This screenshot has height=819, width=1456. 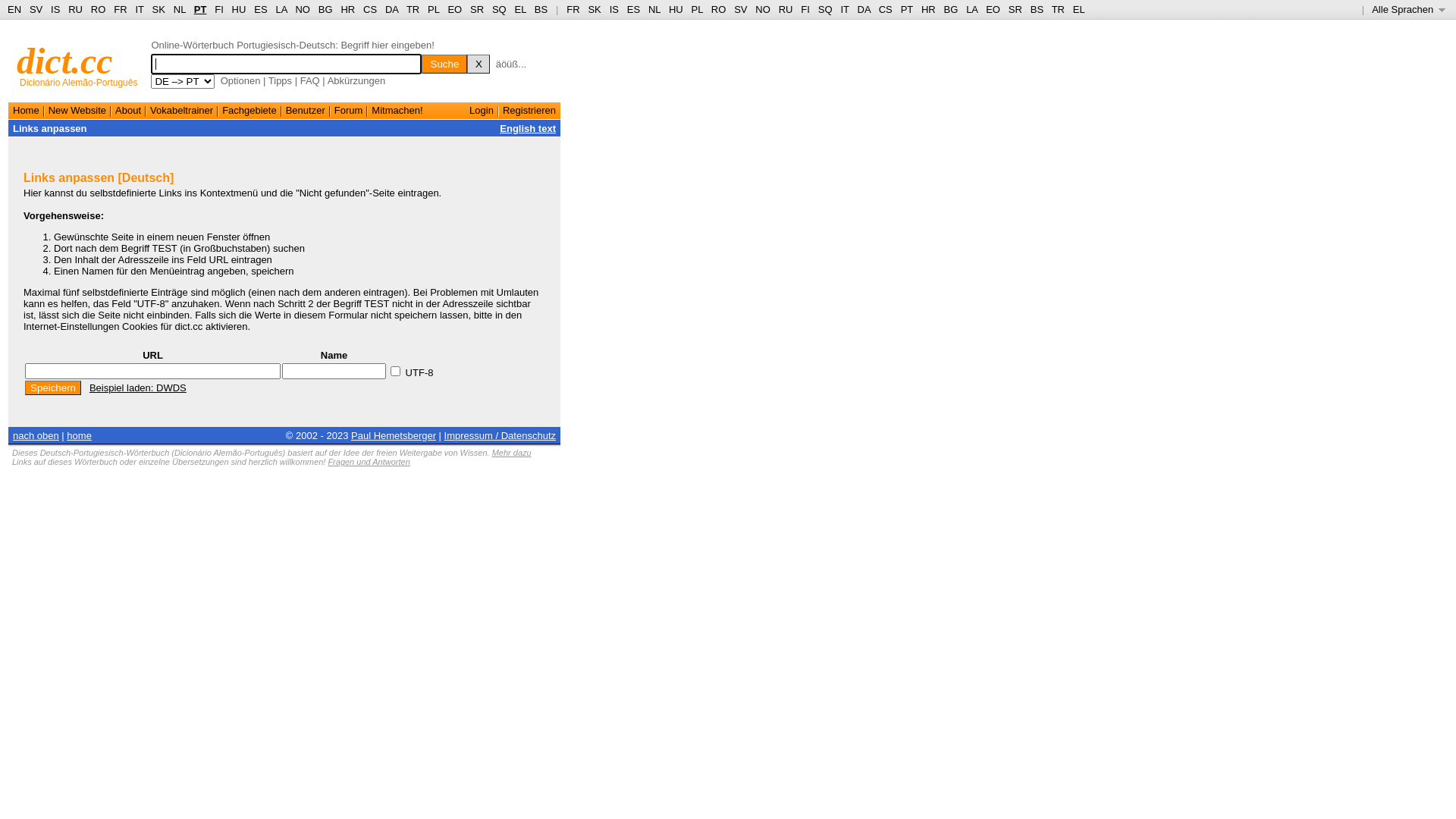 What do you see at coordinates (541, 9) in the screenshot?
I see `'BS'` at bounding box center [541, 9].